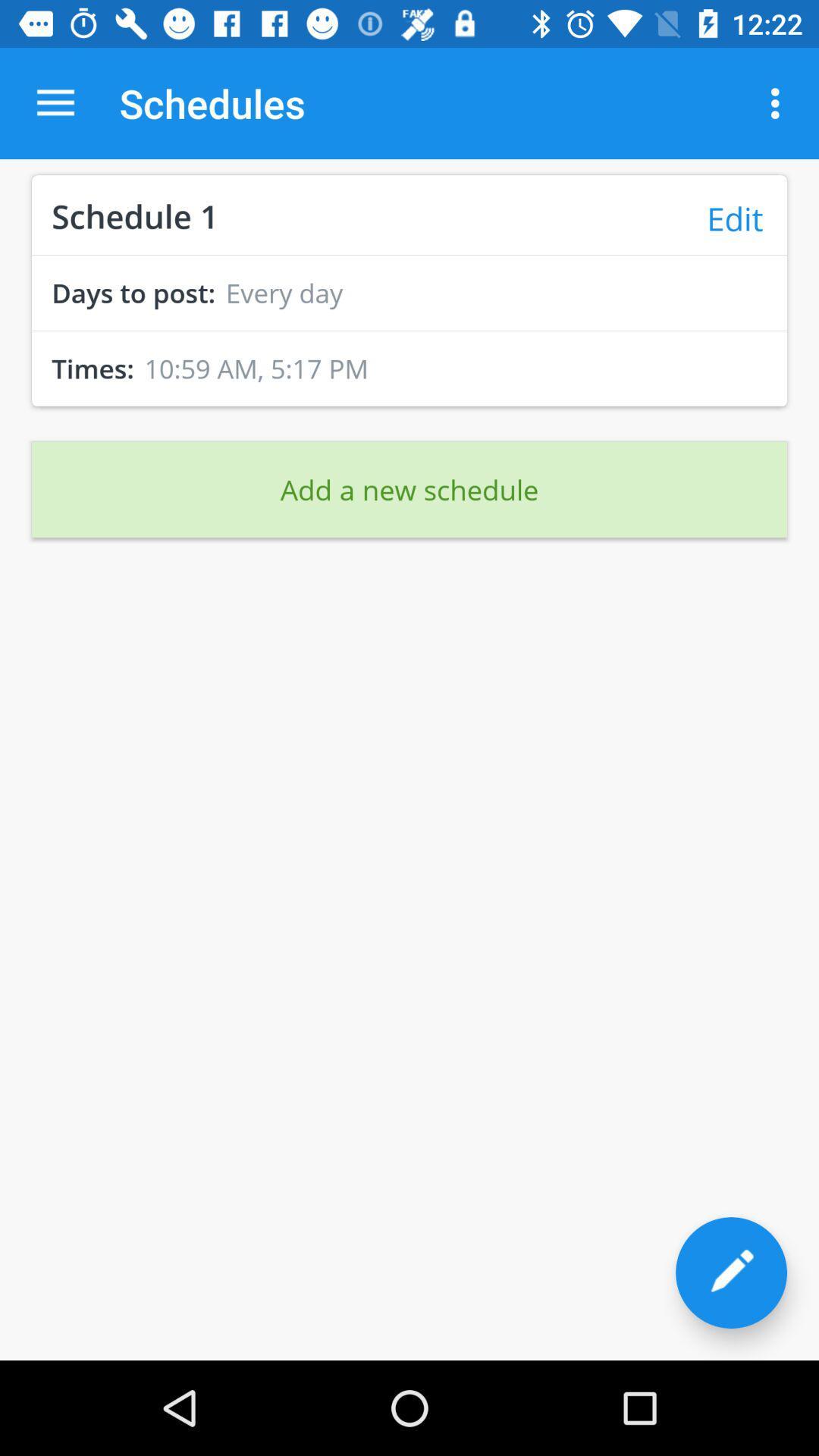 The width and height of the screenshot is (819, 1456). I want to click on the item to the left of the schedules icon, so click(55, 102).